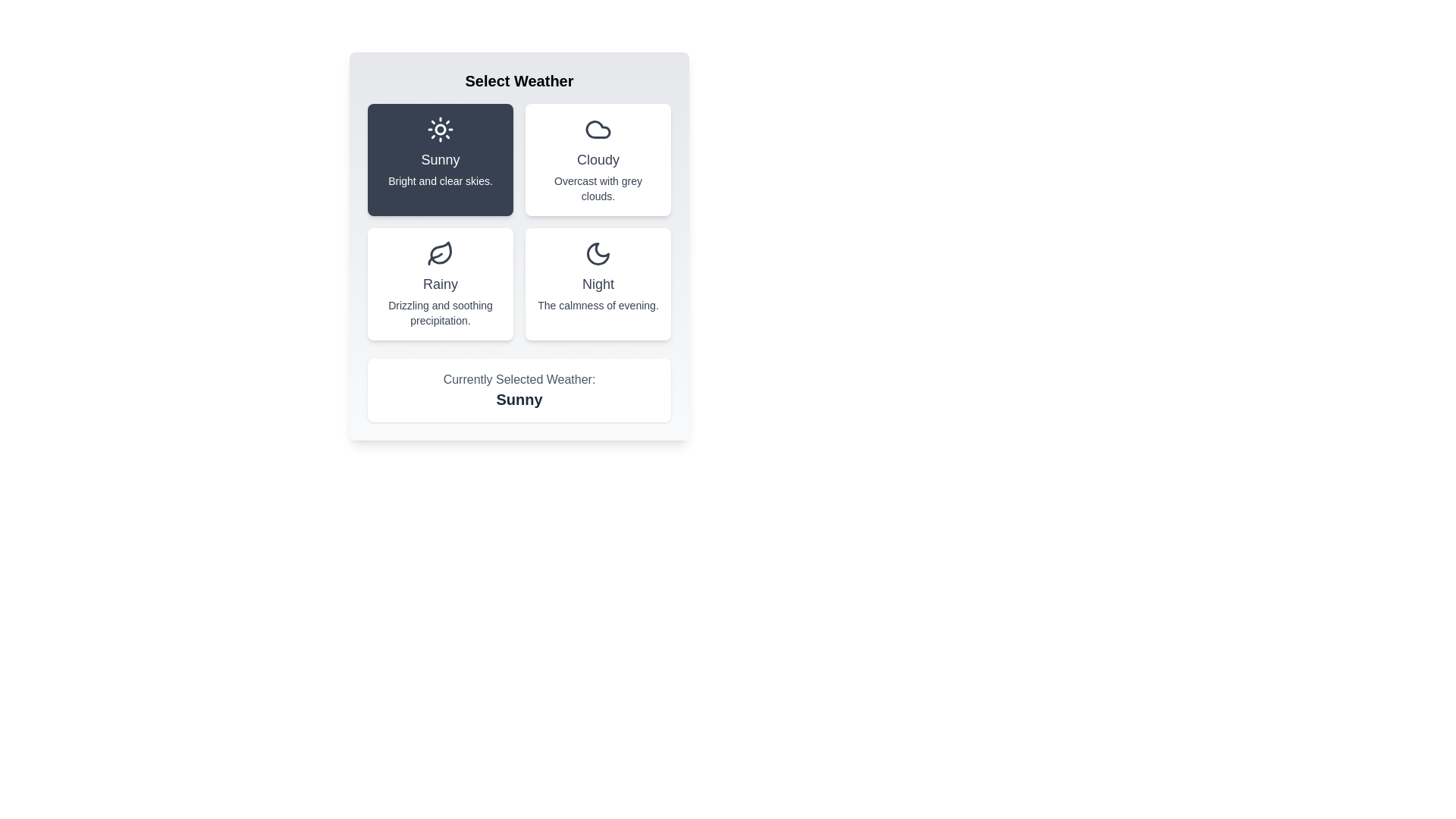  I want to click on the weather type Sunny by clicking on its corresponding button, so click(439, 160).